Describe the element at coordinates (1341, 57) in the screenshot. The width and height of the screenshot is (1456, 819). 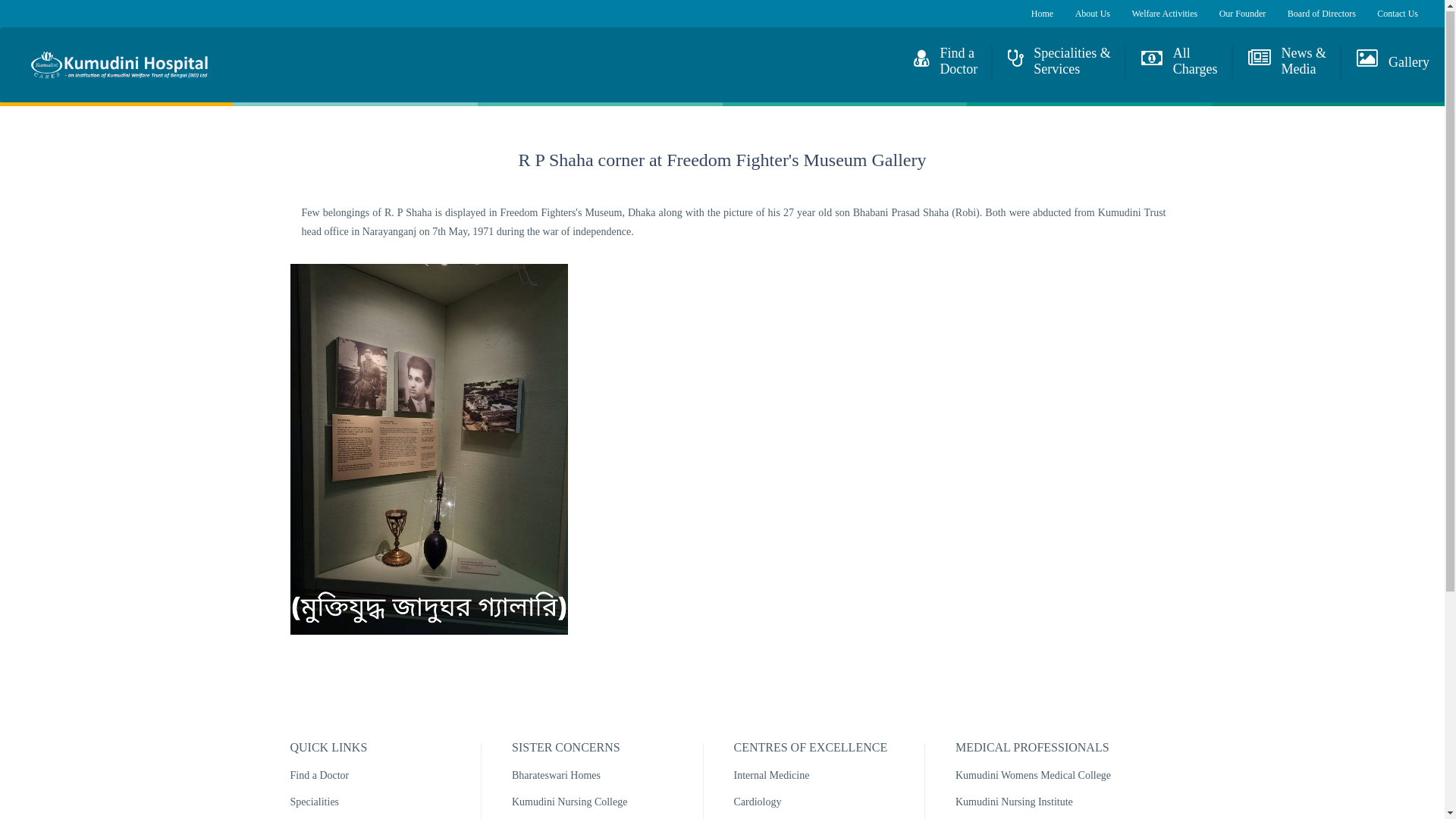
I see `'Gallery'` at that location.